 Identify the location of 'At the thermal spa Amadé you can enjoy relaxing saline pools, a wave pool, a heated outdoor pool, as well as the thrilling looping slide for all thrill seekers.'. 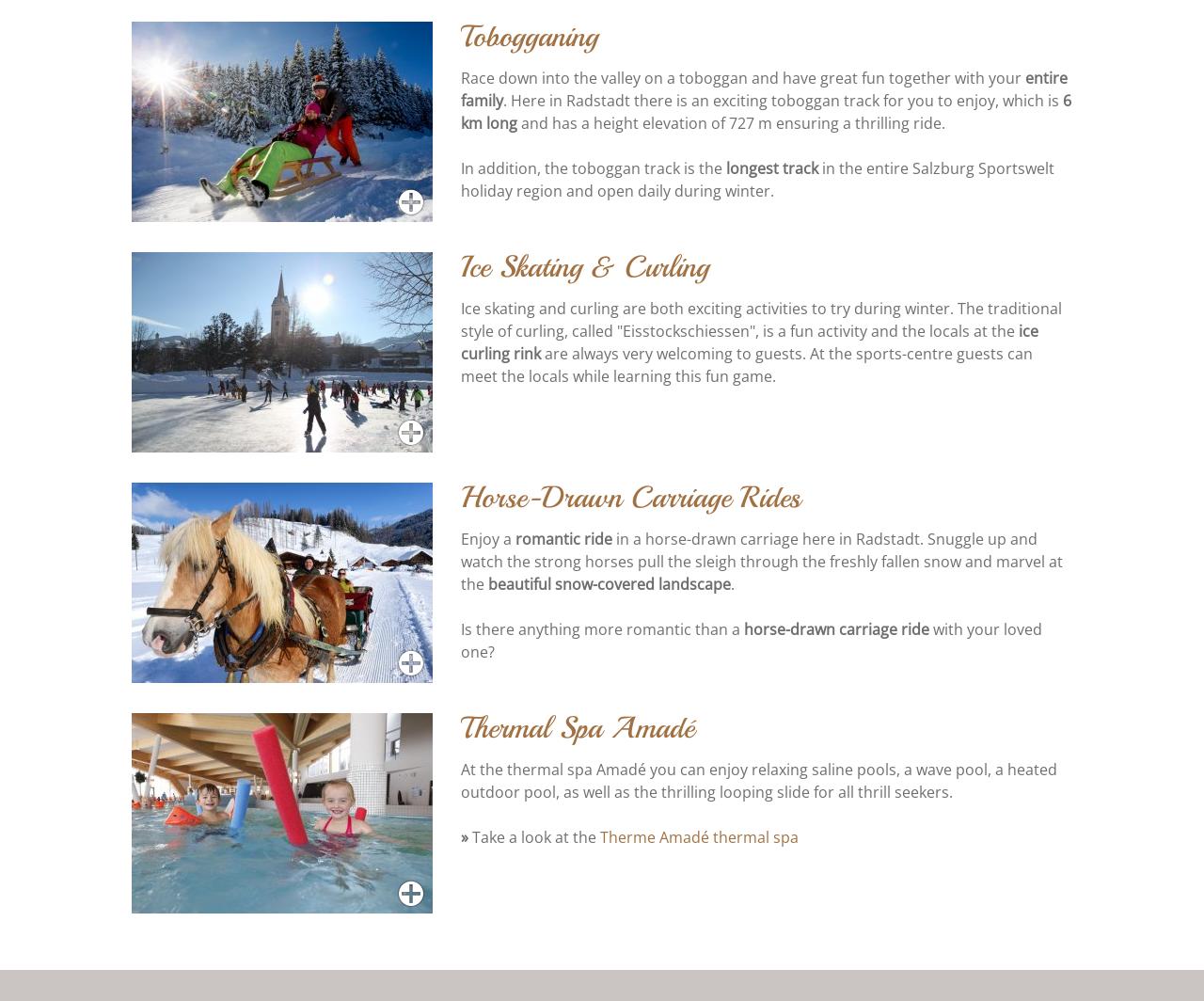
(460, 781).